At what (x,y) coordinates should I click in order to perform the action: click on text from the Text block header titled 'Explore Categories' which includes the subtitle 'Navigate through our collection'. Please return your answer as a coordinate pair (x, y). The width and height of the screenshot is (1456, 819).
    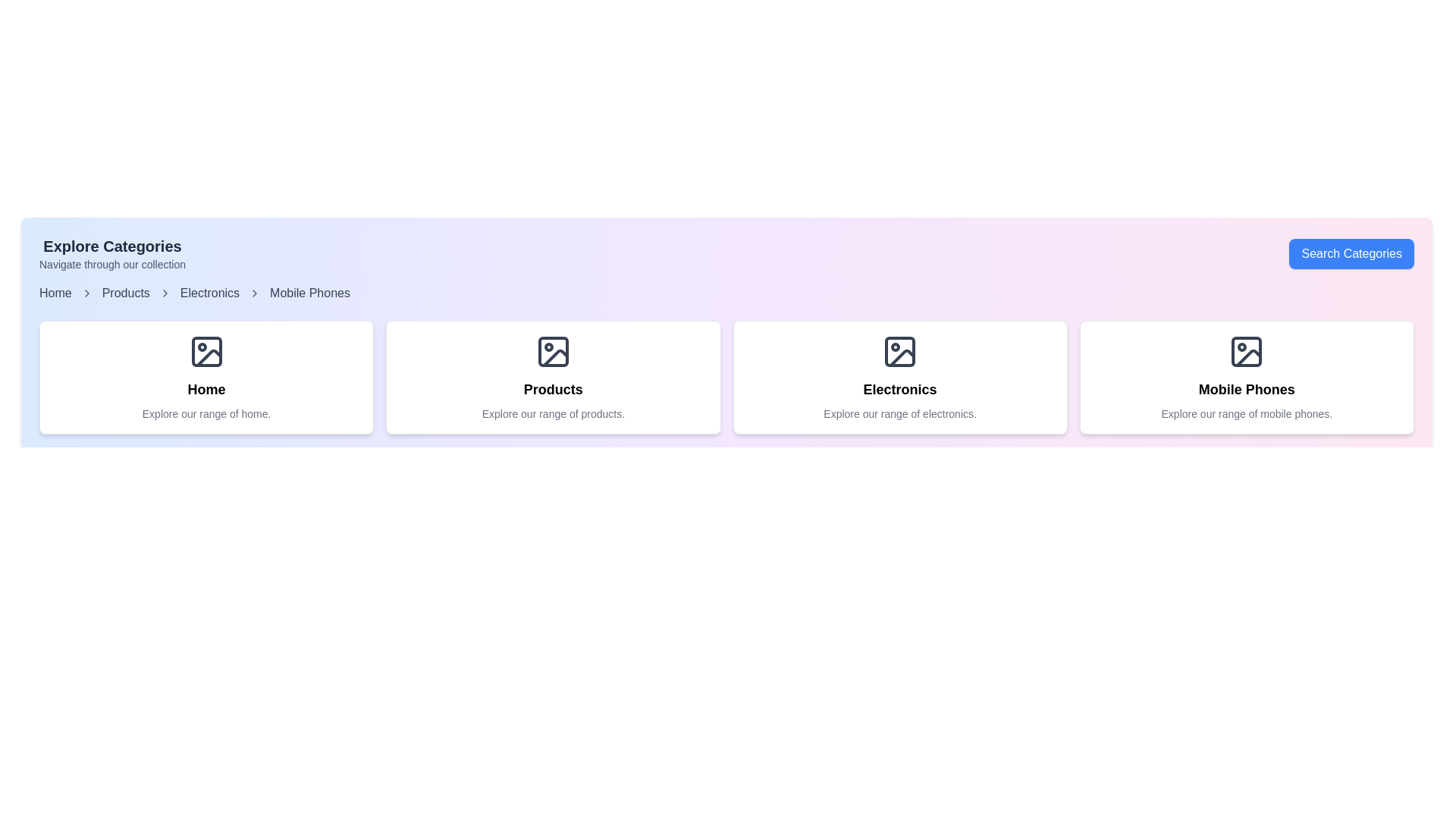
    Looking at the image, I should click on (111, 253).